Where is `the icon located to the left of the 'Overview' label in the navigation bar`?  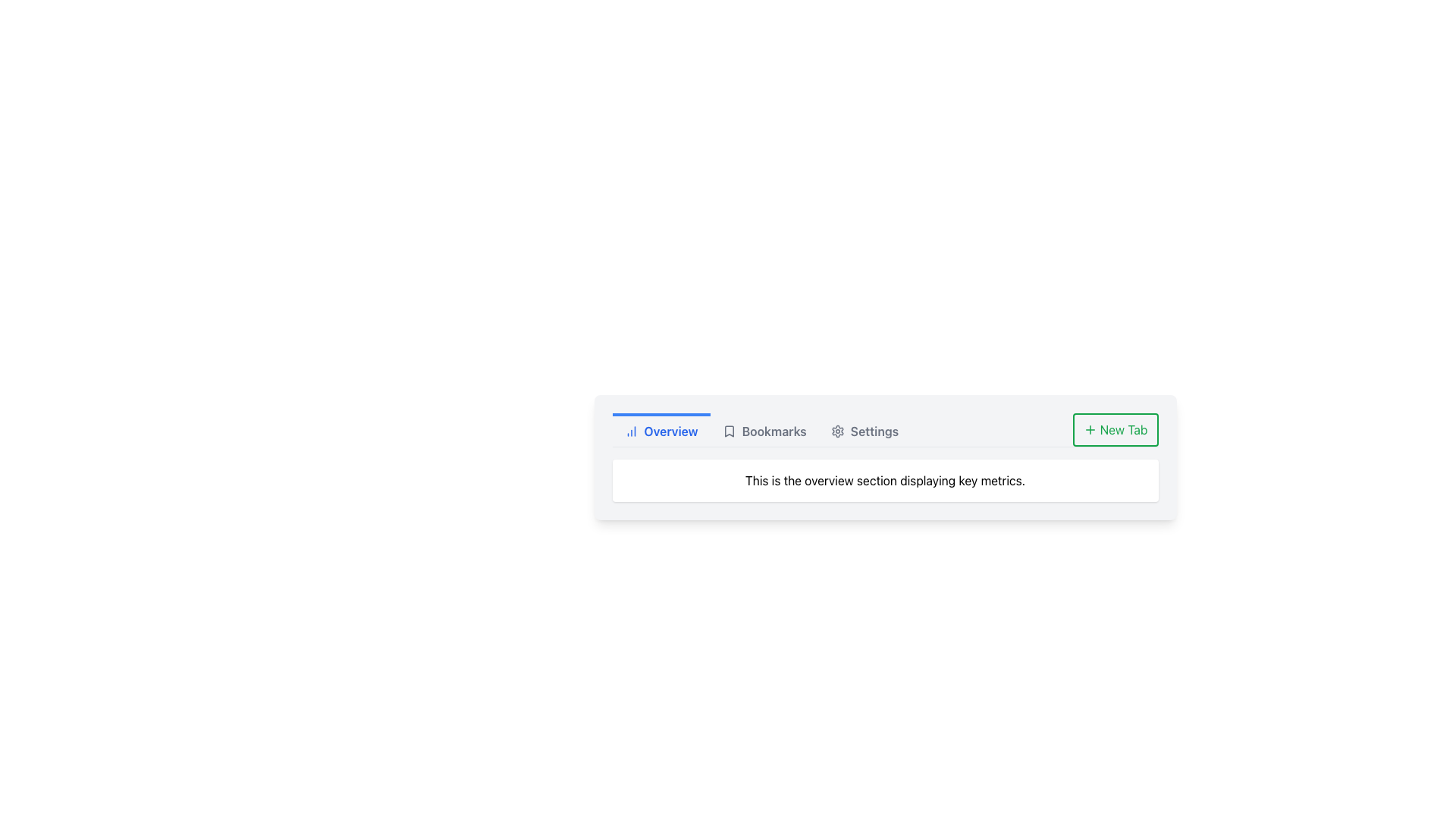
the icon located to the left of the 'Overview' label in the navigation bar is located at coordinates (631, 431).